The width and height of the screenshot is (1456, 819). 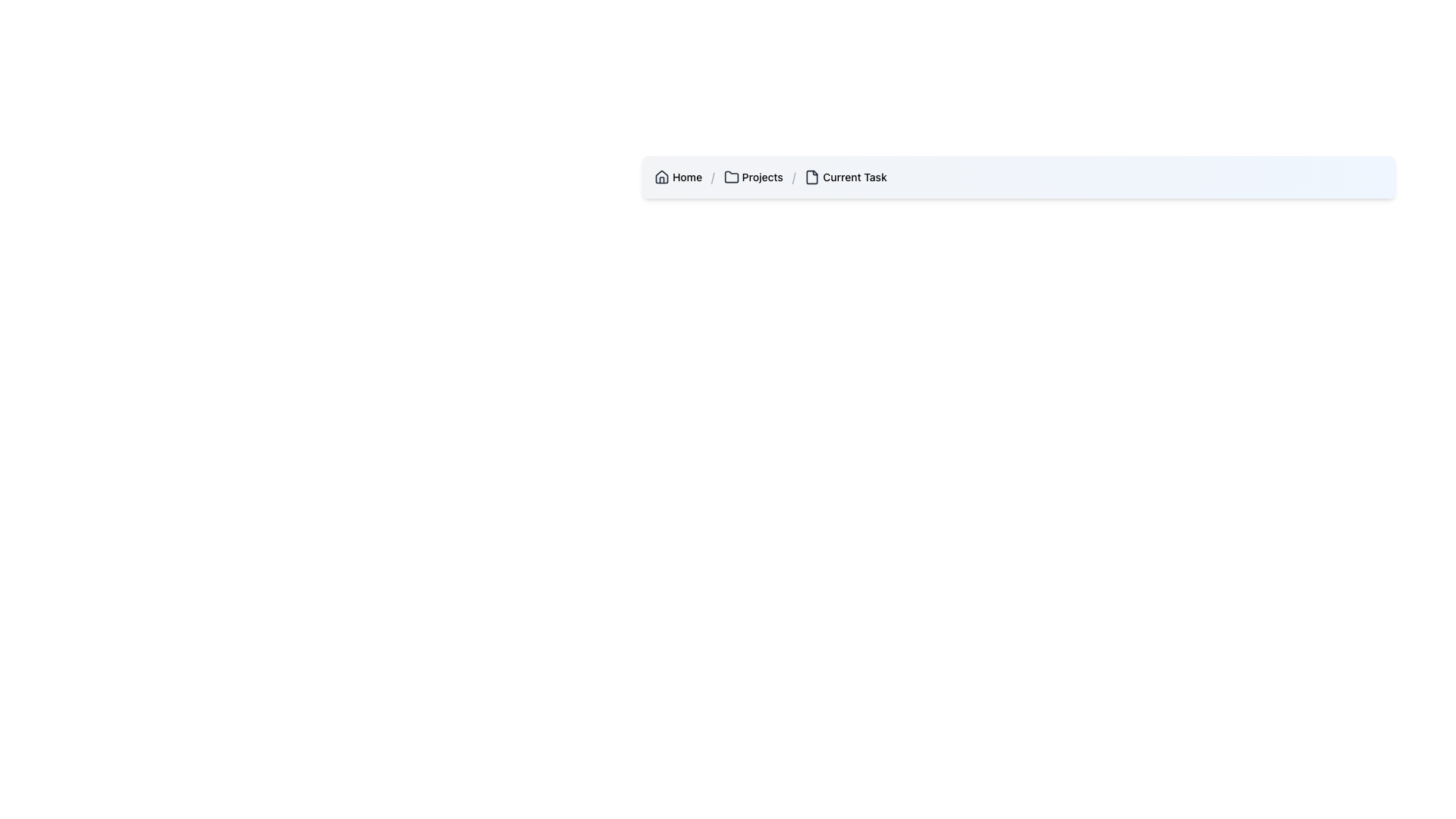 I want to click on the house icon represented by geometric shapes in the breadcrumb navigation at the top left of the interface, so click(x=662, y=175).